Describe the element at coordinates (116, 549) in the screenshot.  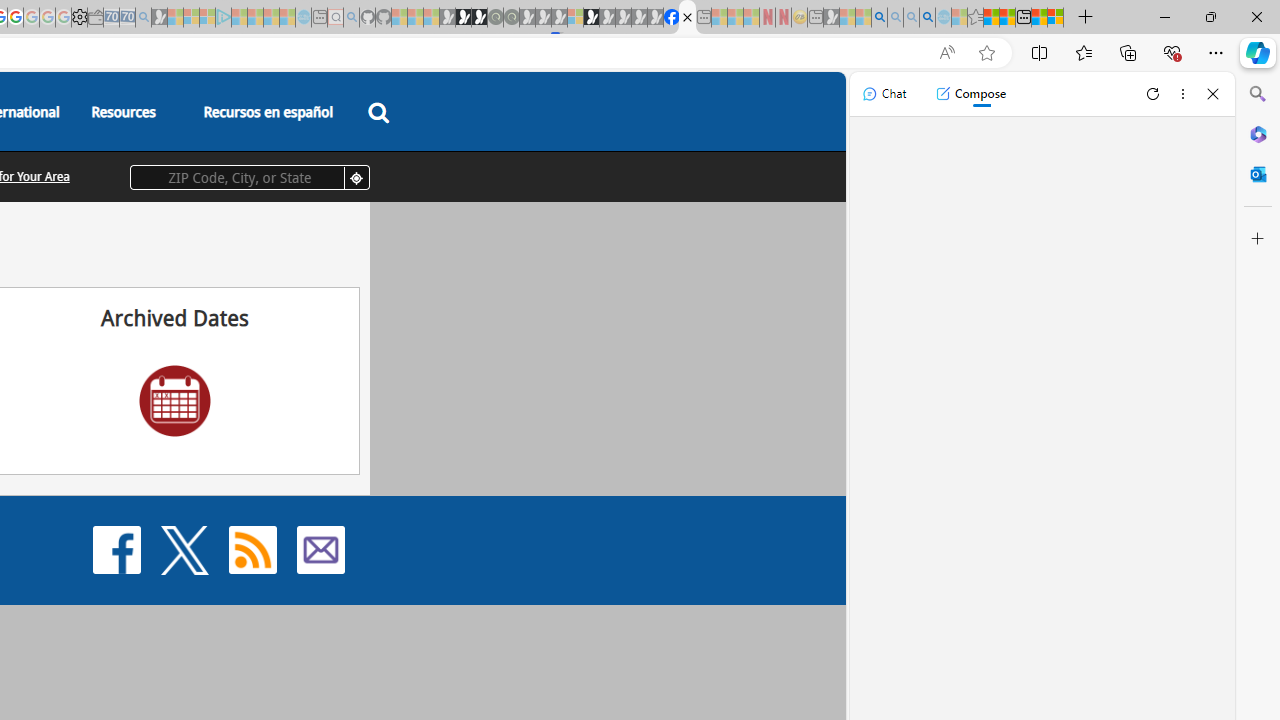
I see `'Facebook'` at that location.